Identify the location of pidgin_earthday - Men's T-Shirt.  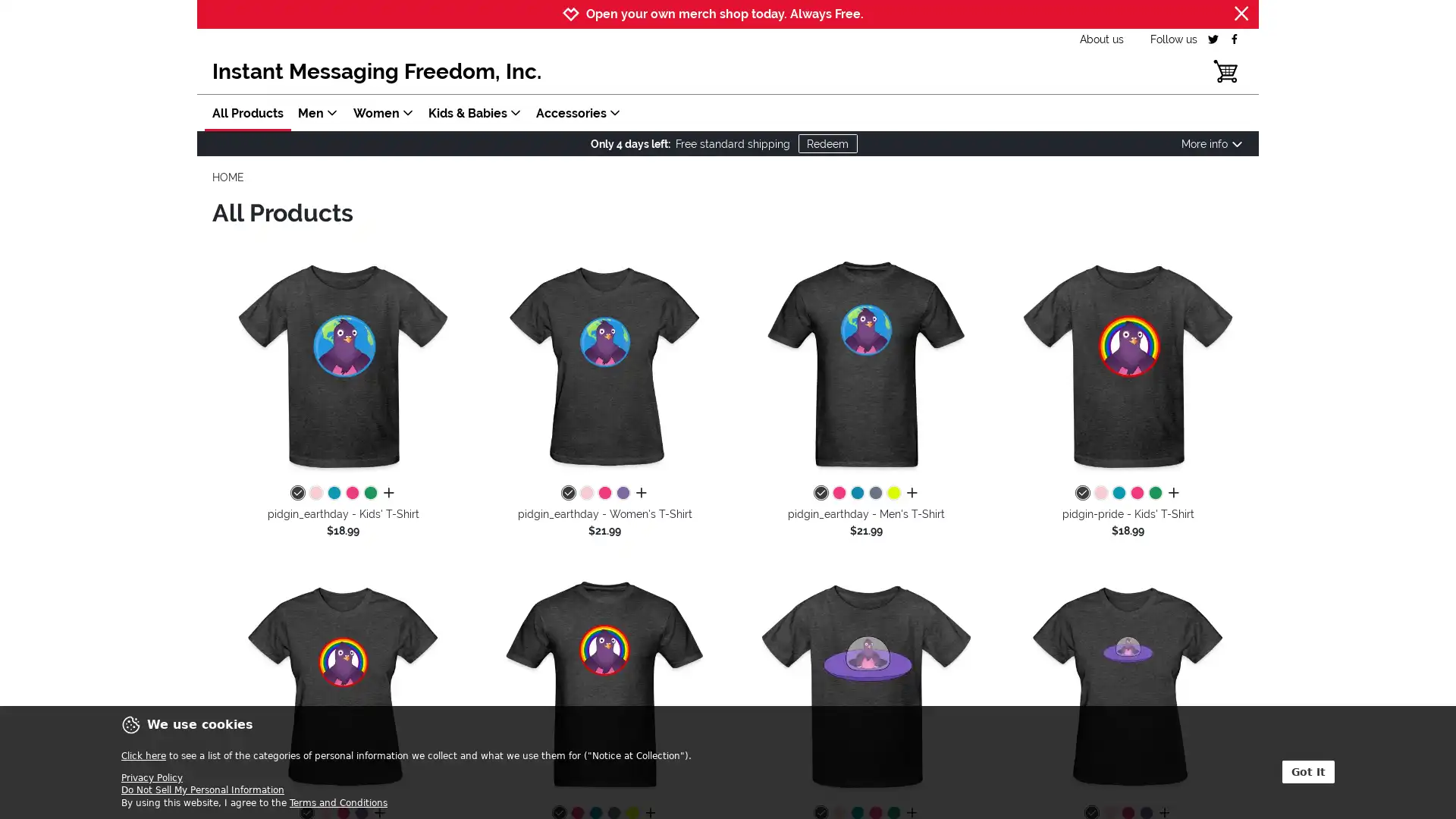
(866, 366).